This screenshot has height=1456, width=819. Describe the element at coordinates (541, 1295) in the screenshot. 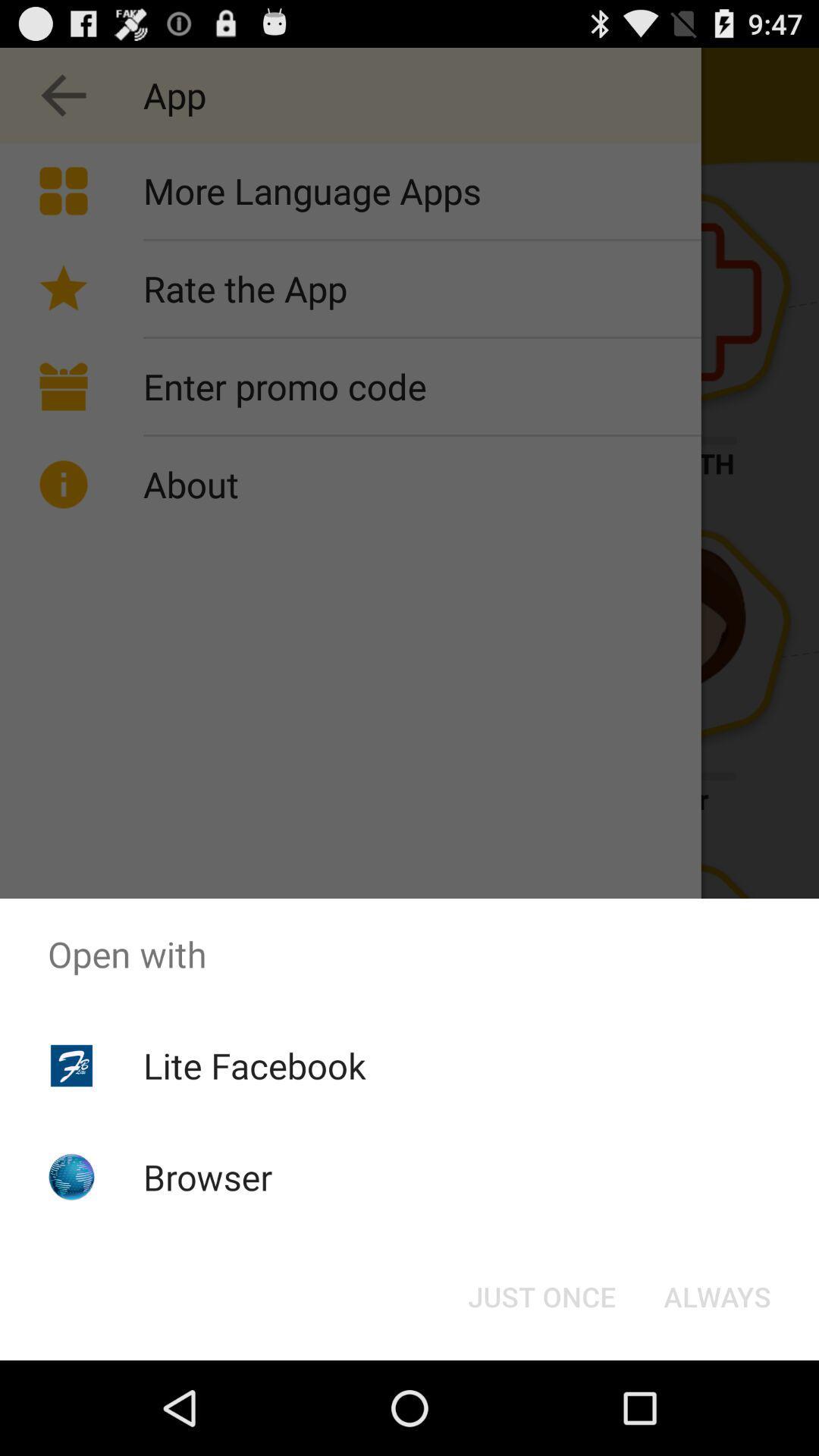

I see `the icon below the open with item` at that location.